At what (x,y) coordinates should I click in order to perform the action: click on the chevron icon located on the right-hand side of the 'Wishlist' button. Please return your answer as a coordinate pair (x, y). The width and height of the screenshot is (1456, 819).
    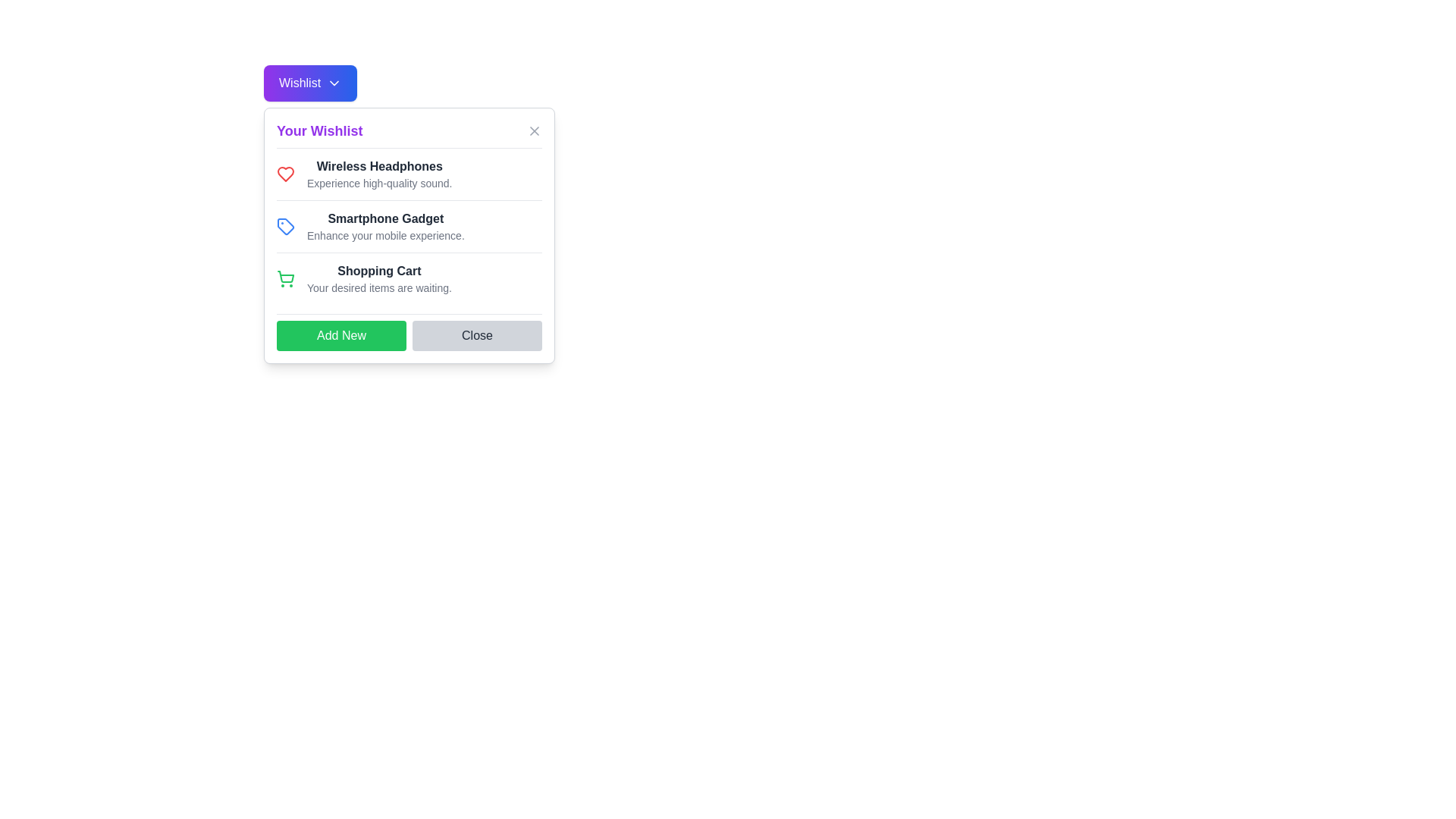
    Looking at the image, I should click on (334, 83).